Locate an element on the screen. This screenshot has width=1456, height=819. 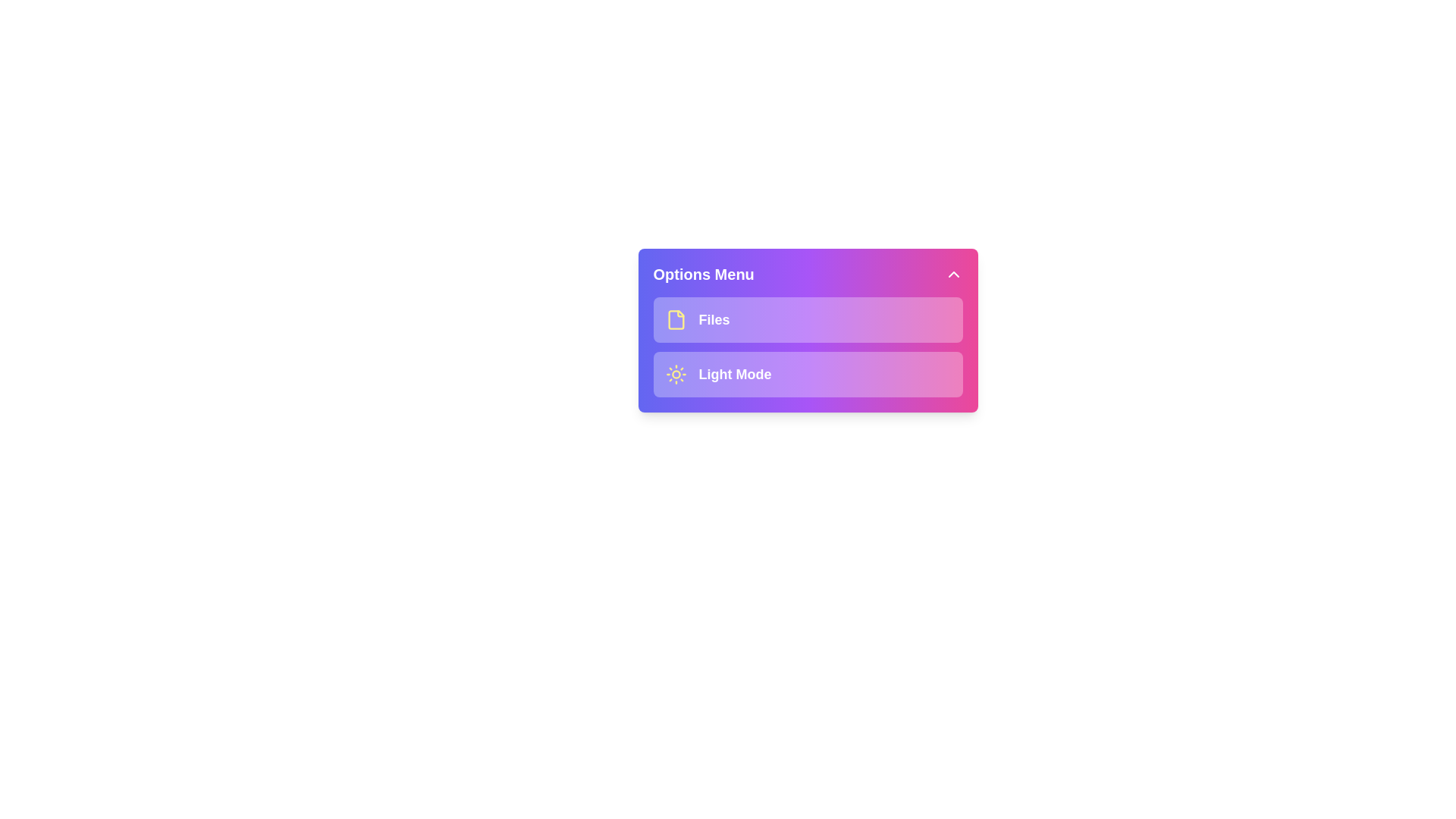
the menu item Files by clicking on it is located at coordinates (807, 318).